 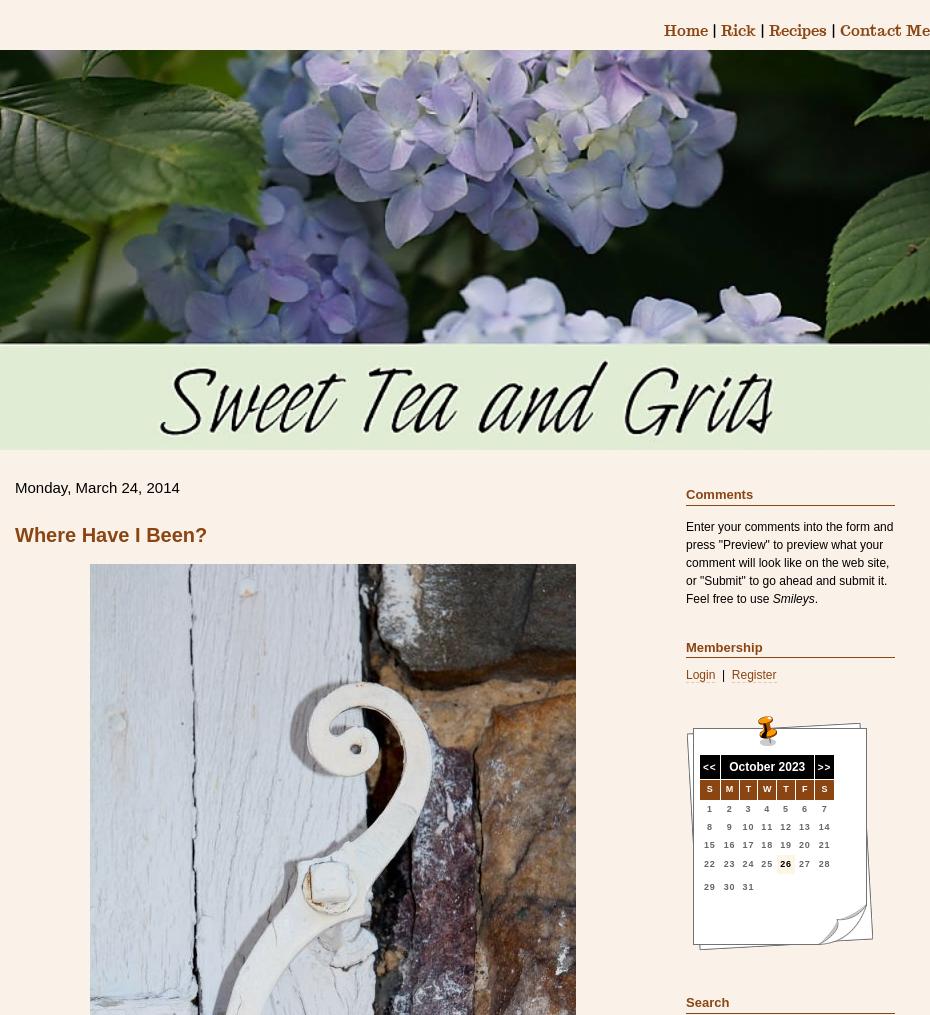 I want to click on '29', so click(x=709, y=884).